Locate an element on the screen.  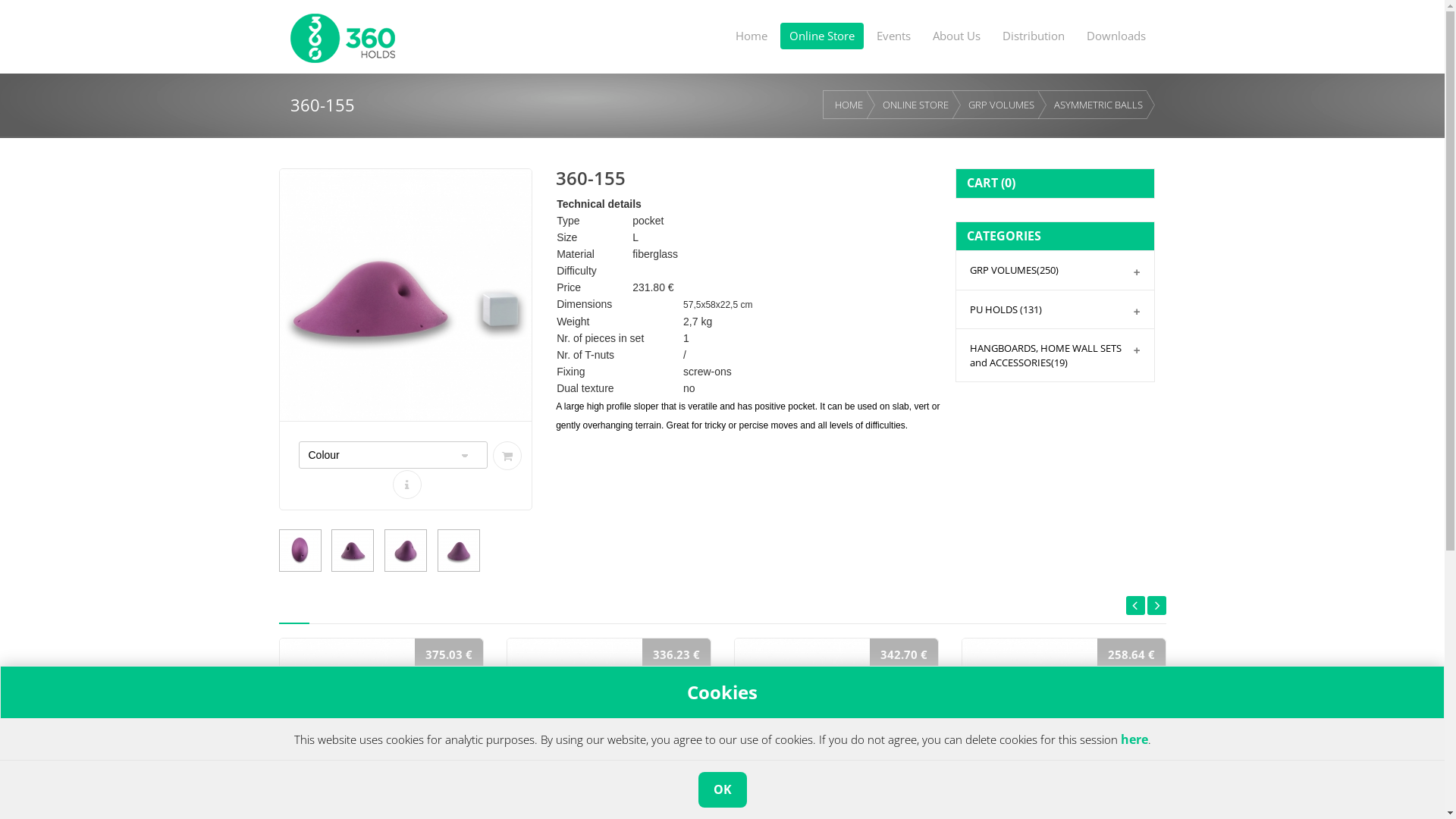
'HANGBOARDS, HOME WALL SETS and ACCESSORIES(19)' is located at coordinates (1054, 355).